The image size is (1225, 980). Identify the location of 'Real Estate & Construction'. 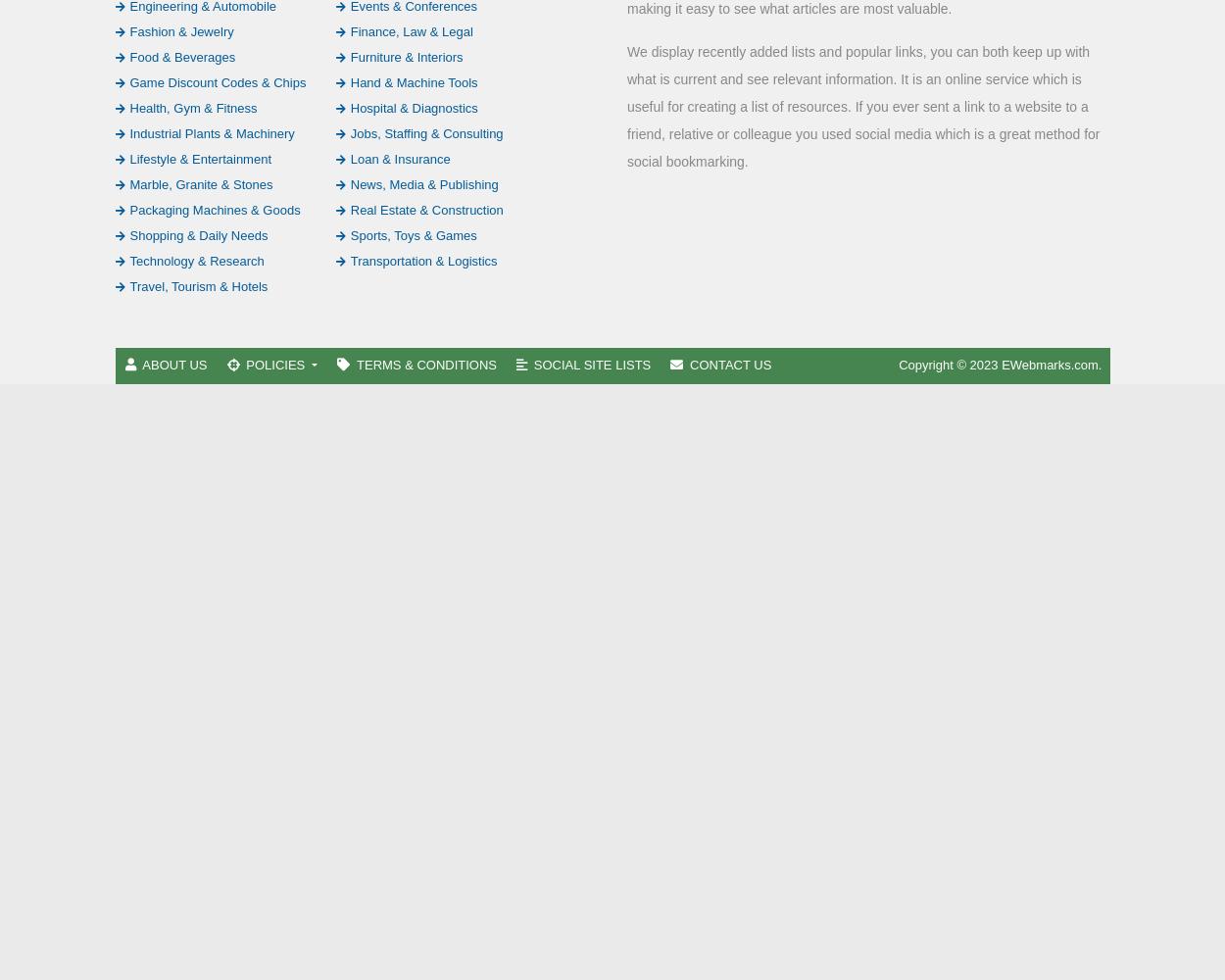
(425, 208).